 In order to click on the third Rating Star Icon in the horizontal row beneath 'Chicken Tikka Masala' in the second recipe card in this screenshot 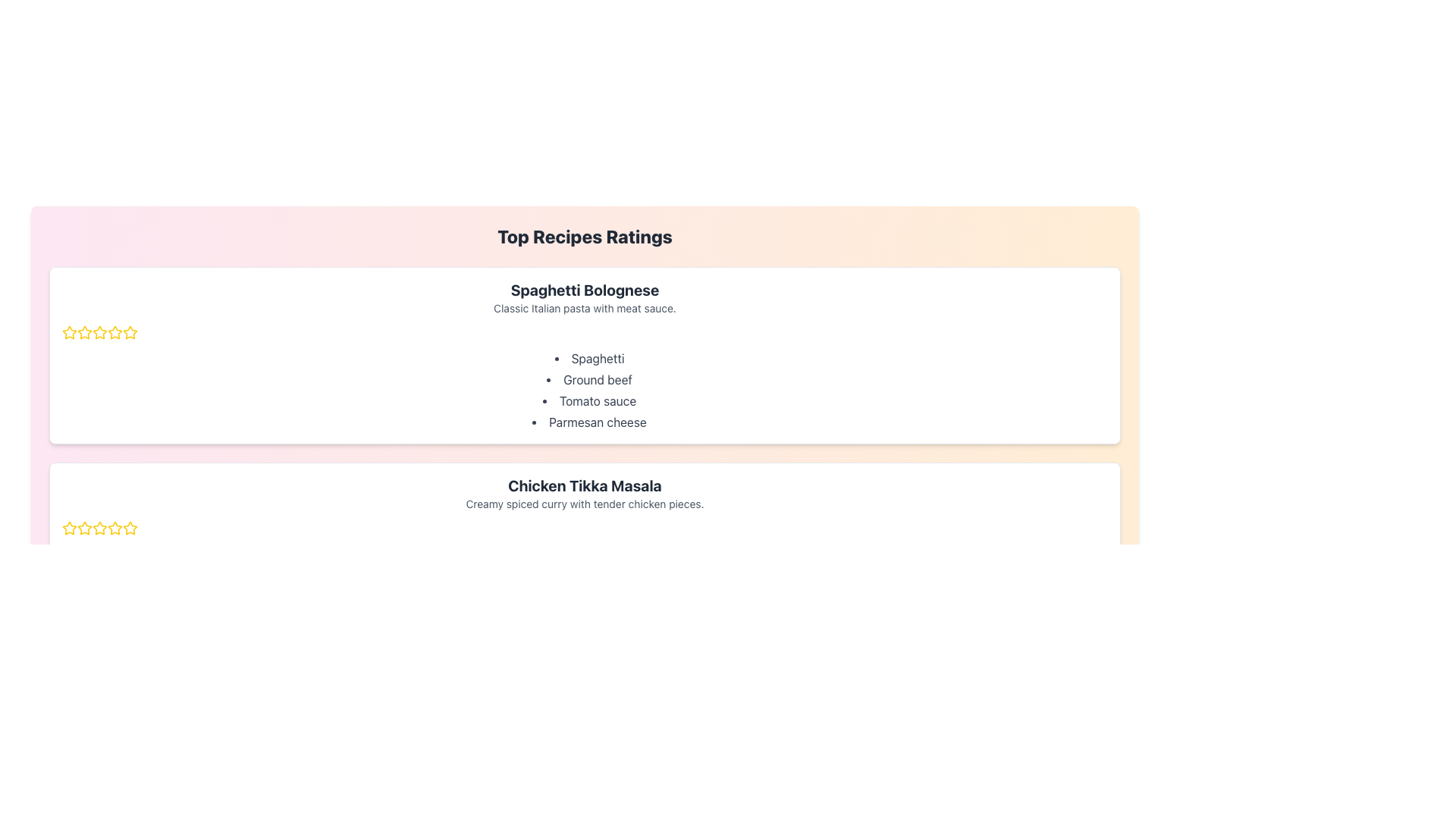, I will do `click(83, 528)`.